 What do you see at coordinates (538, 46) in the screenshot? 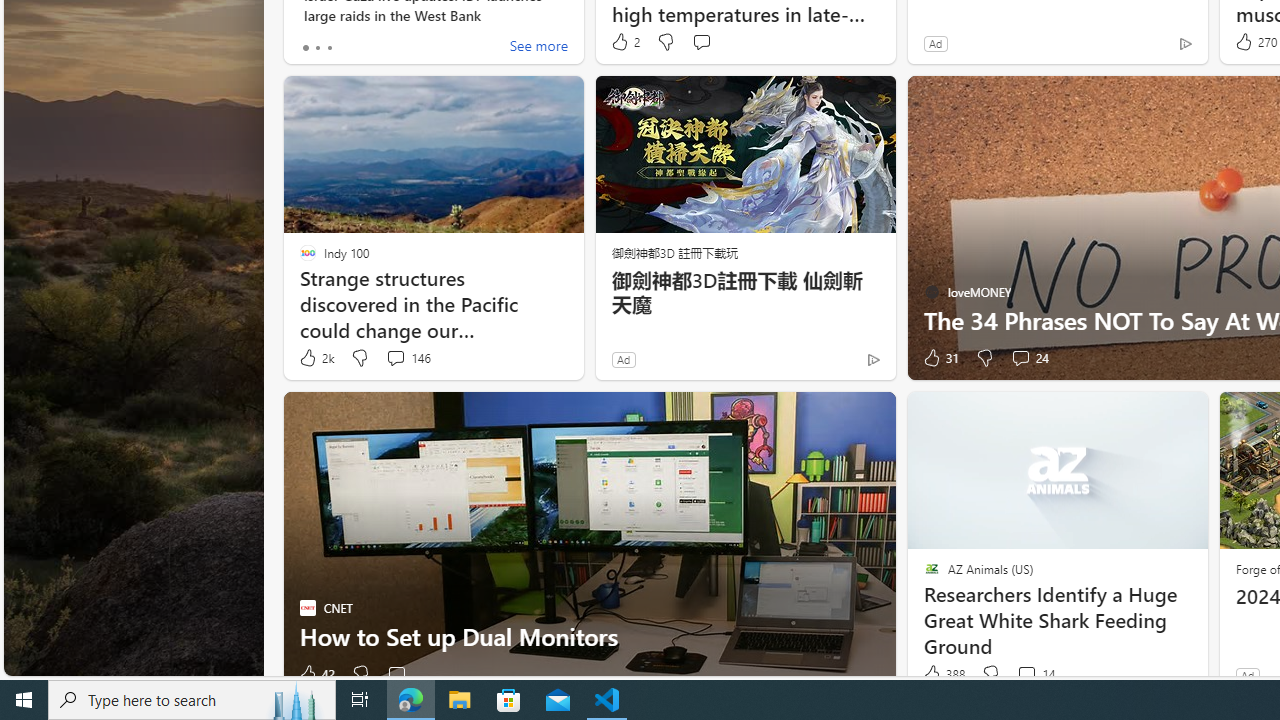
I see `'See more'` at bounding box center [538, 46].